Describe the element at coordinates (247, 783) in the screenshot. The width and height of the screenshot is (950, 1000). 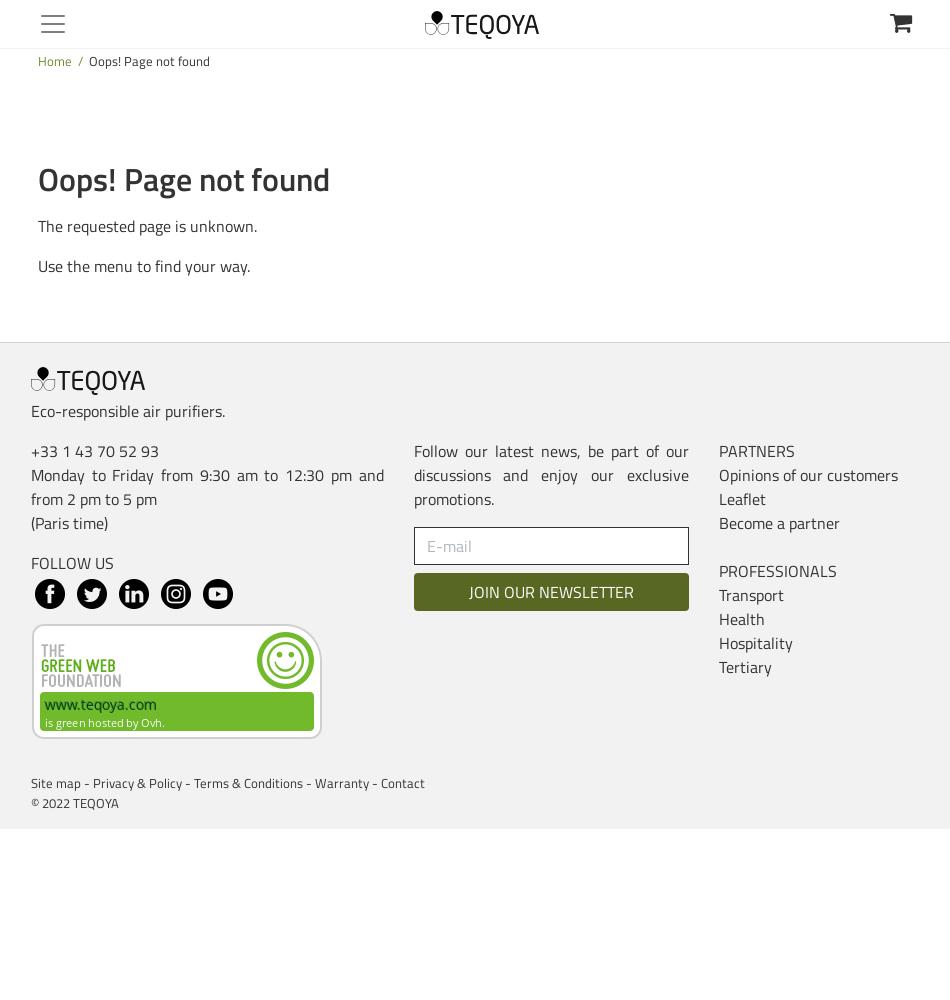
I see `'Terms & Conditions'` at that location.